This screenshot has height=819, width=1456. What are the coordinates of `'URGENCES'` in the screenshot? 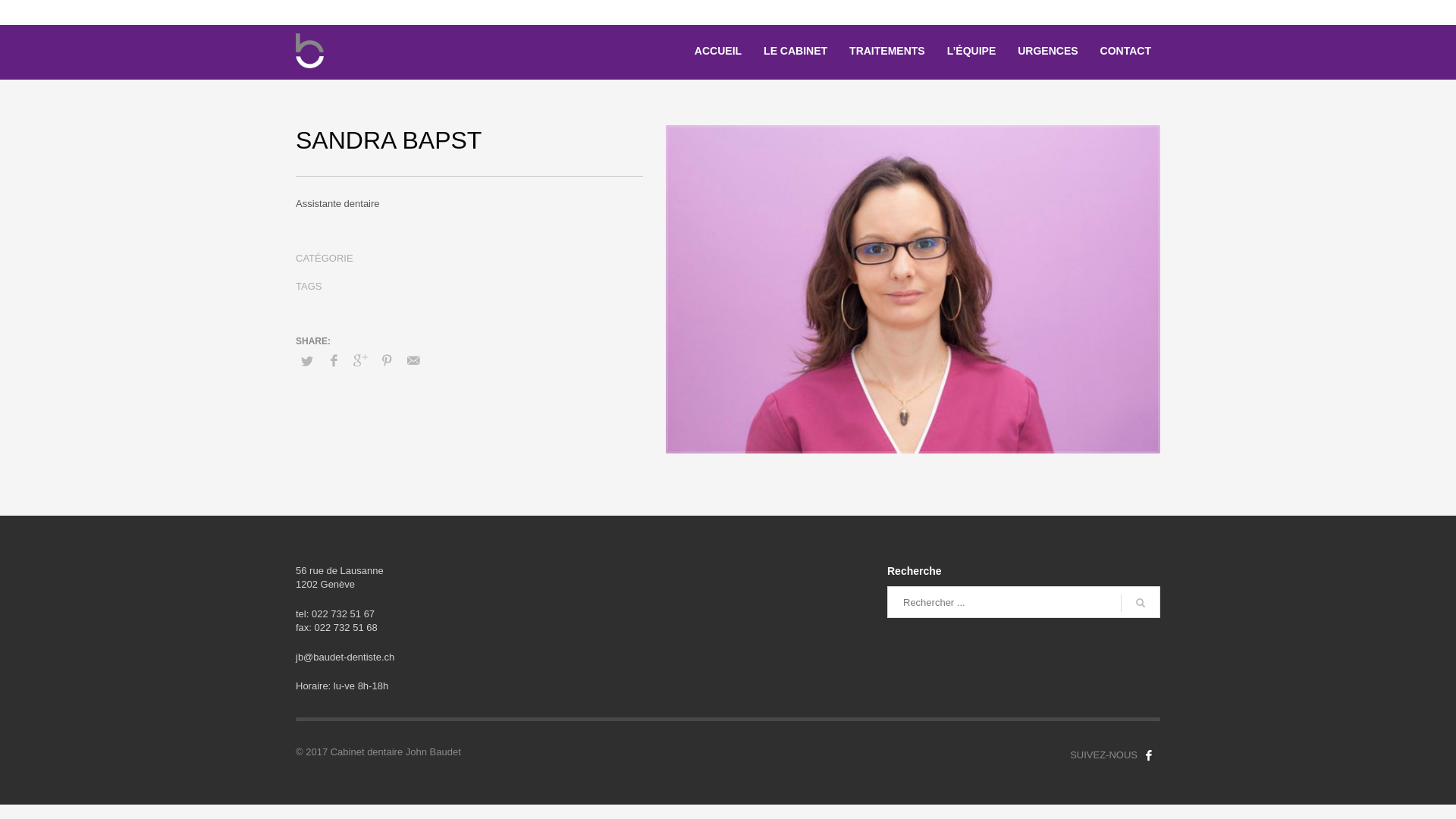 It's located at (1046, 49).